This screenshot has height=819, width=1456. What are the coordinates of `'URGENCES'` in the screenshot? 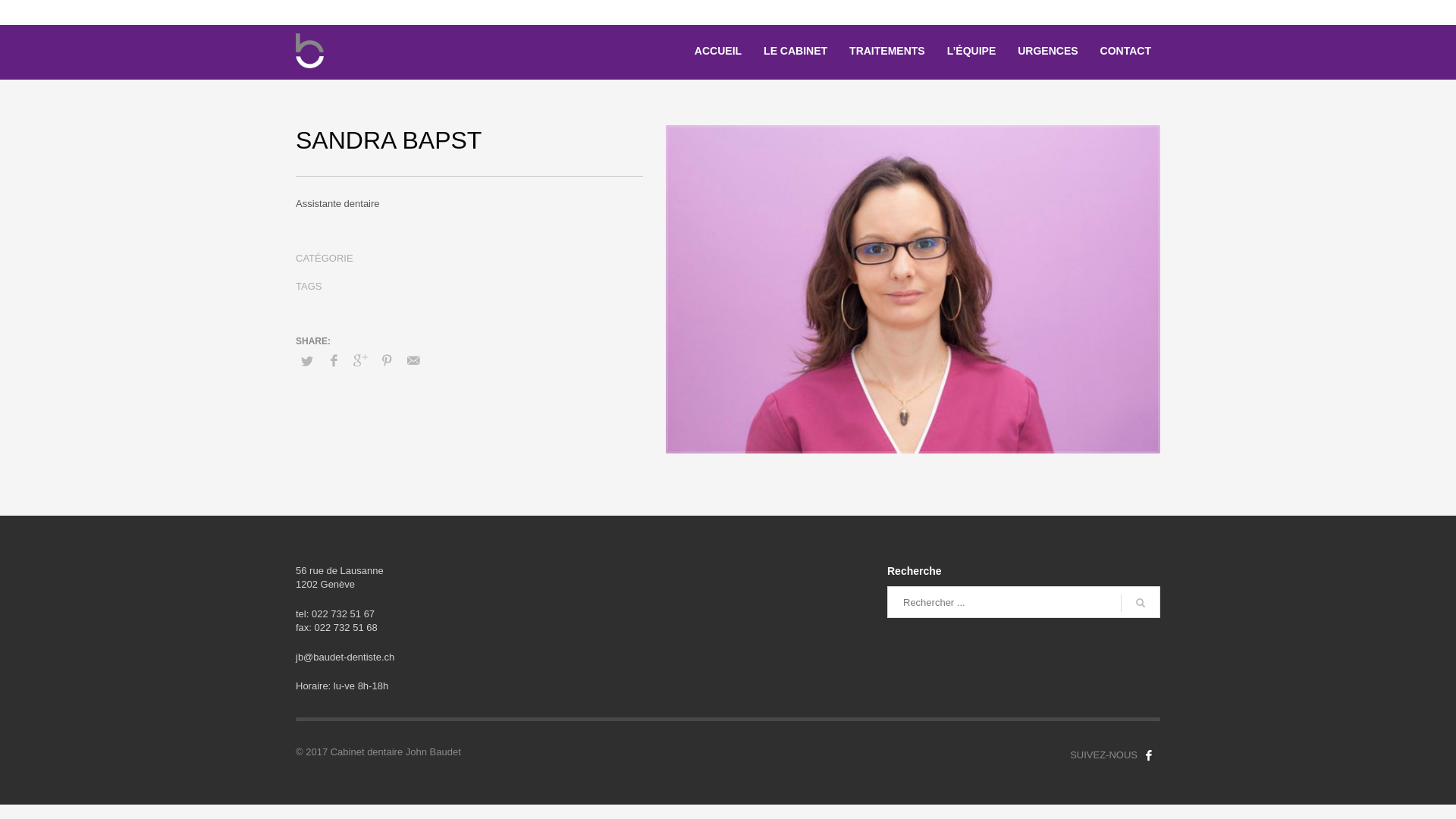 It's located at (1046, 49).